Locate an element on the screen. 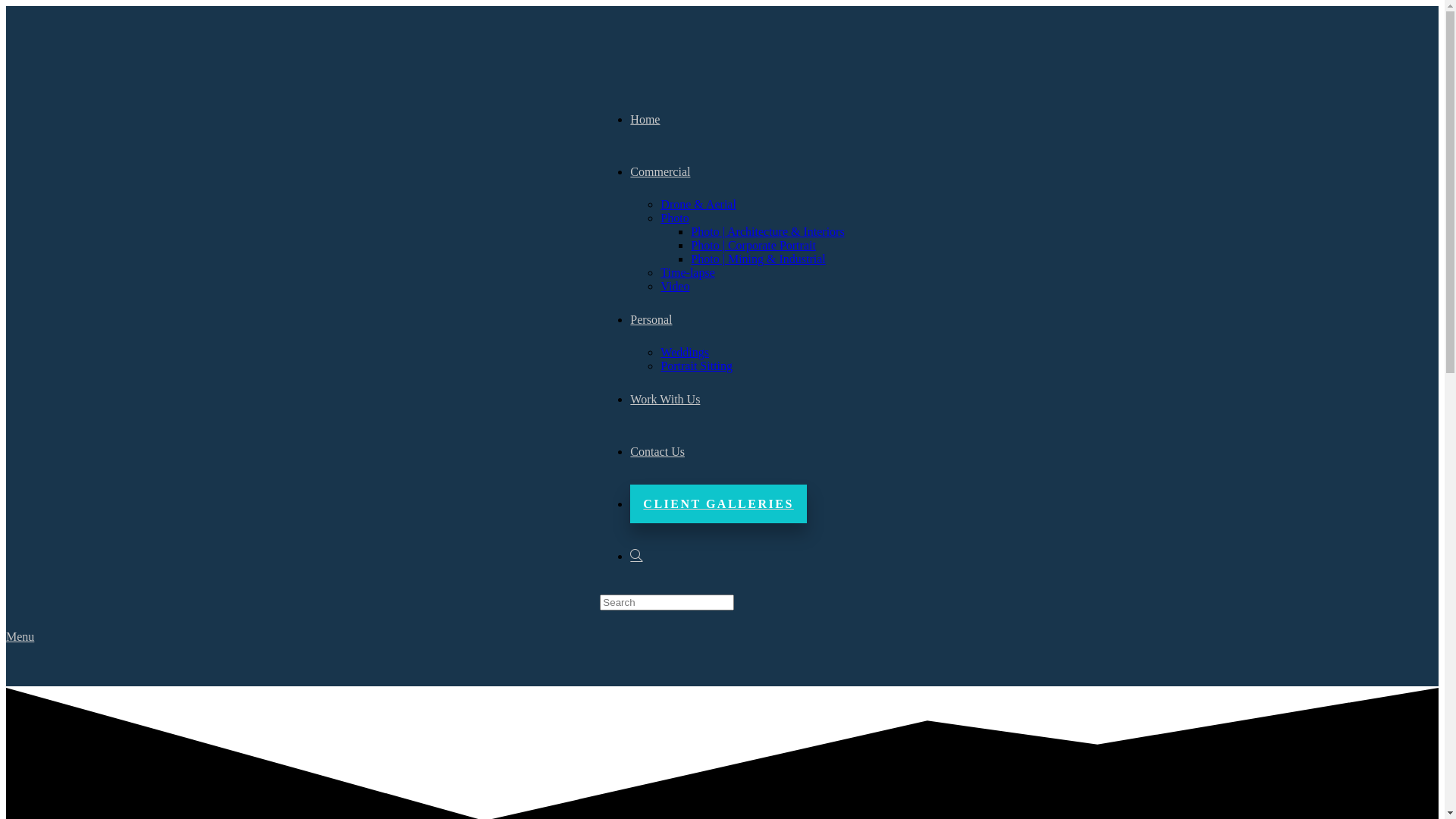 This screenshot has height=819, width=1456. 'Video' is located at coordinates (673, 286).